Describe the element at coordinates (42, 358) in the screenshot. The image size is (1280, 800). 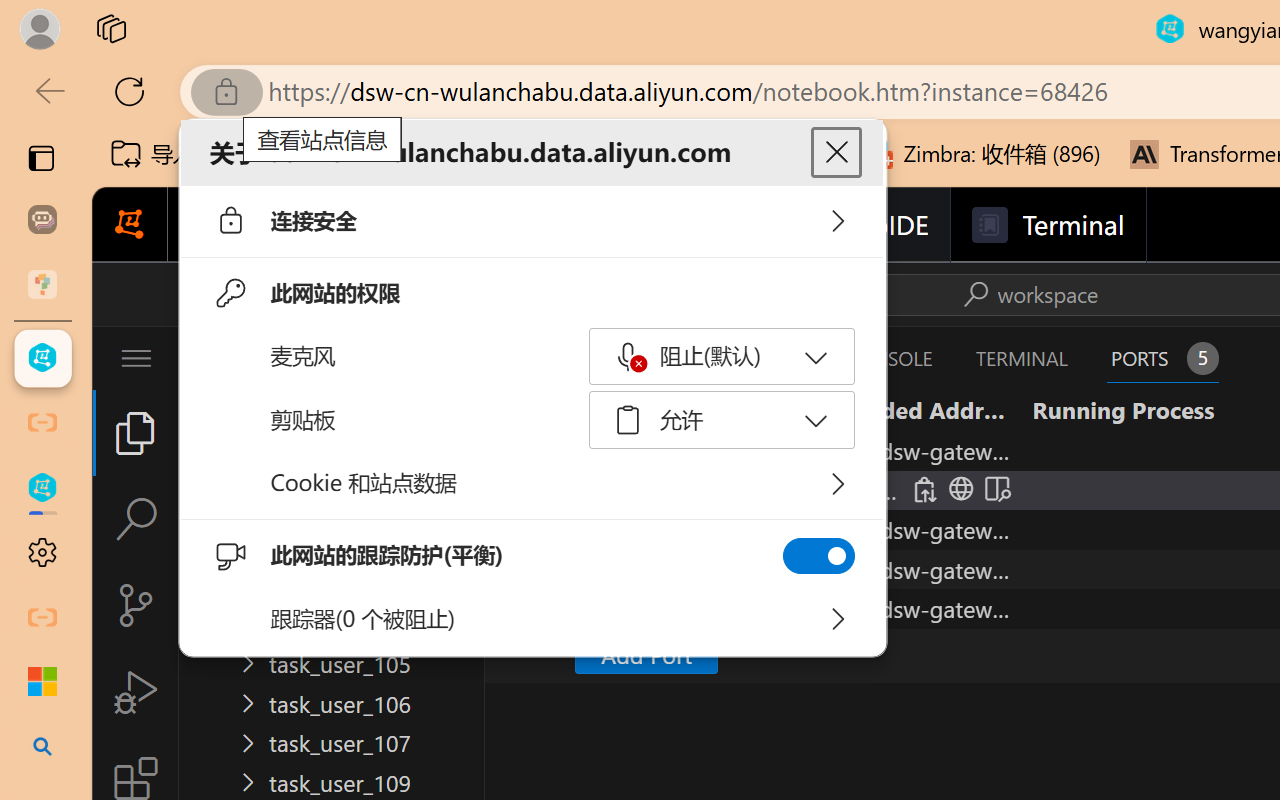
I see `'wangyian_dsw - DSW'` at that location.